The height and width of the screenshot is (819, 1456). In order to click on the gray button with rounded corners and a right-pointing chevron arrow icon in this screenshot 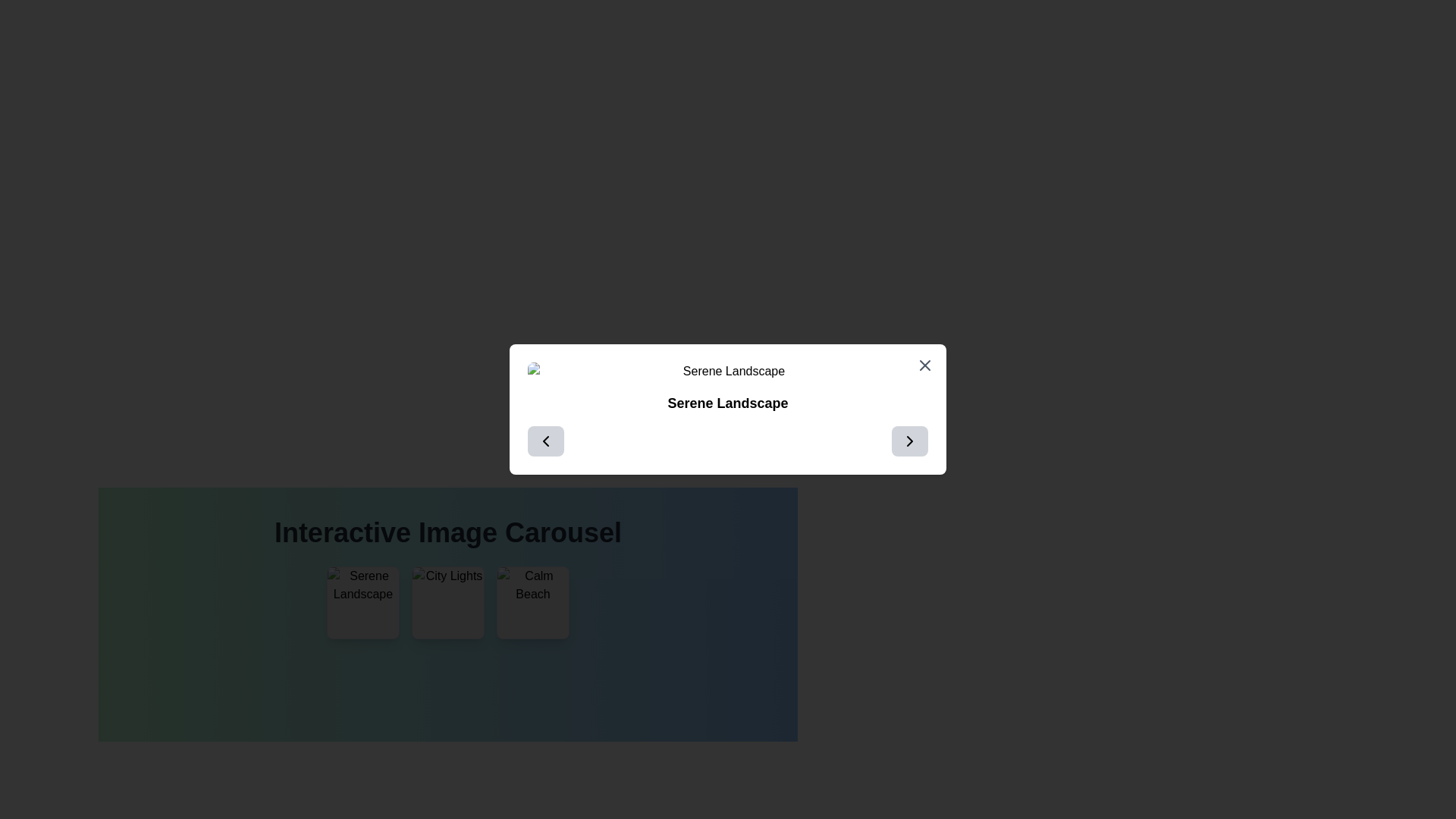, I will do `click(910, 441)`.